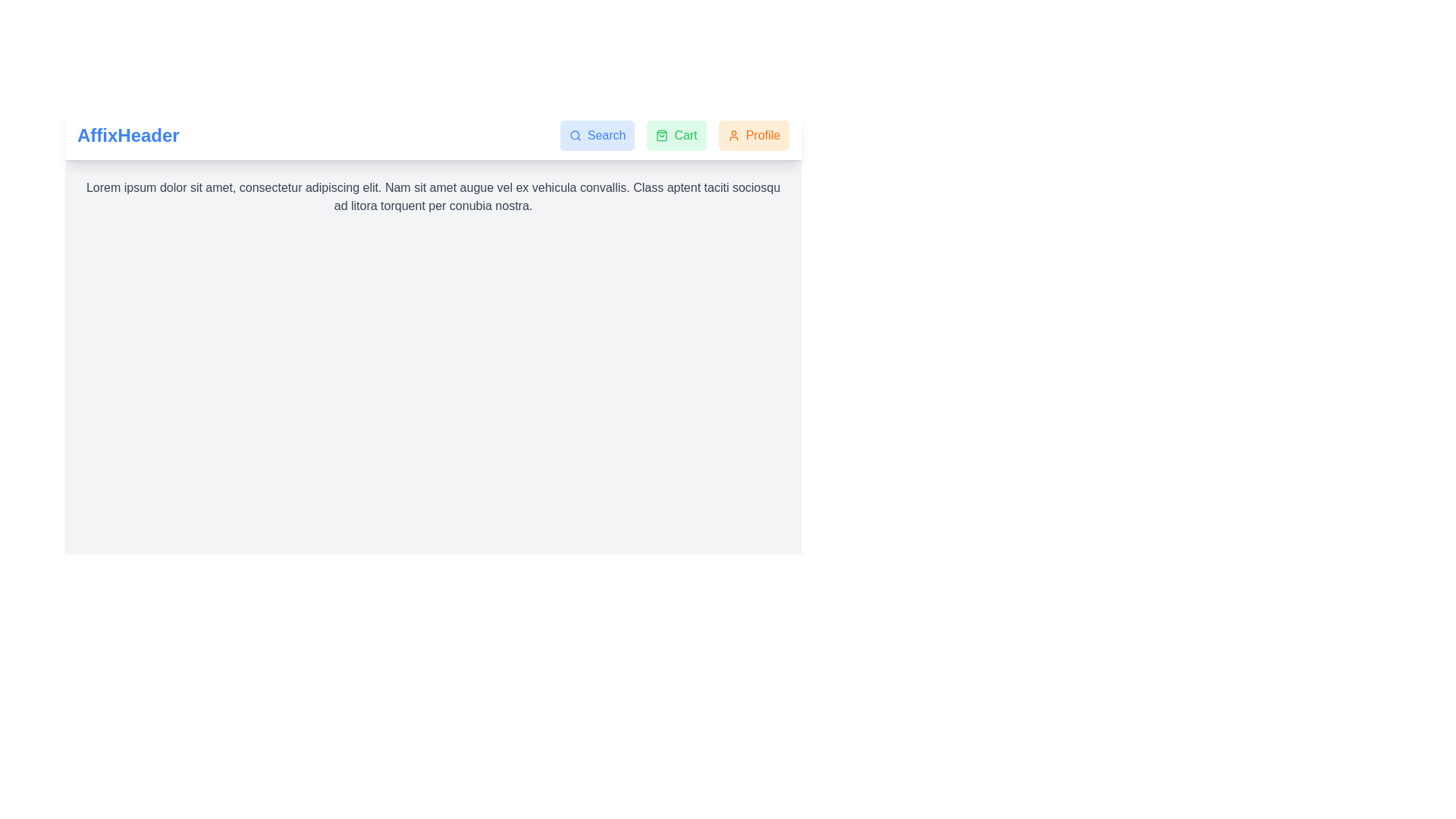 This screenshot has height=819, width=1456. I want to click on the 'Search' button, which is represented by an icon on the leftmost part of the blue button labeled 'Search' in the top navigation bar, so click(574, 134).